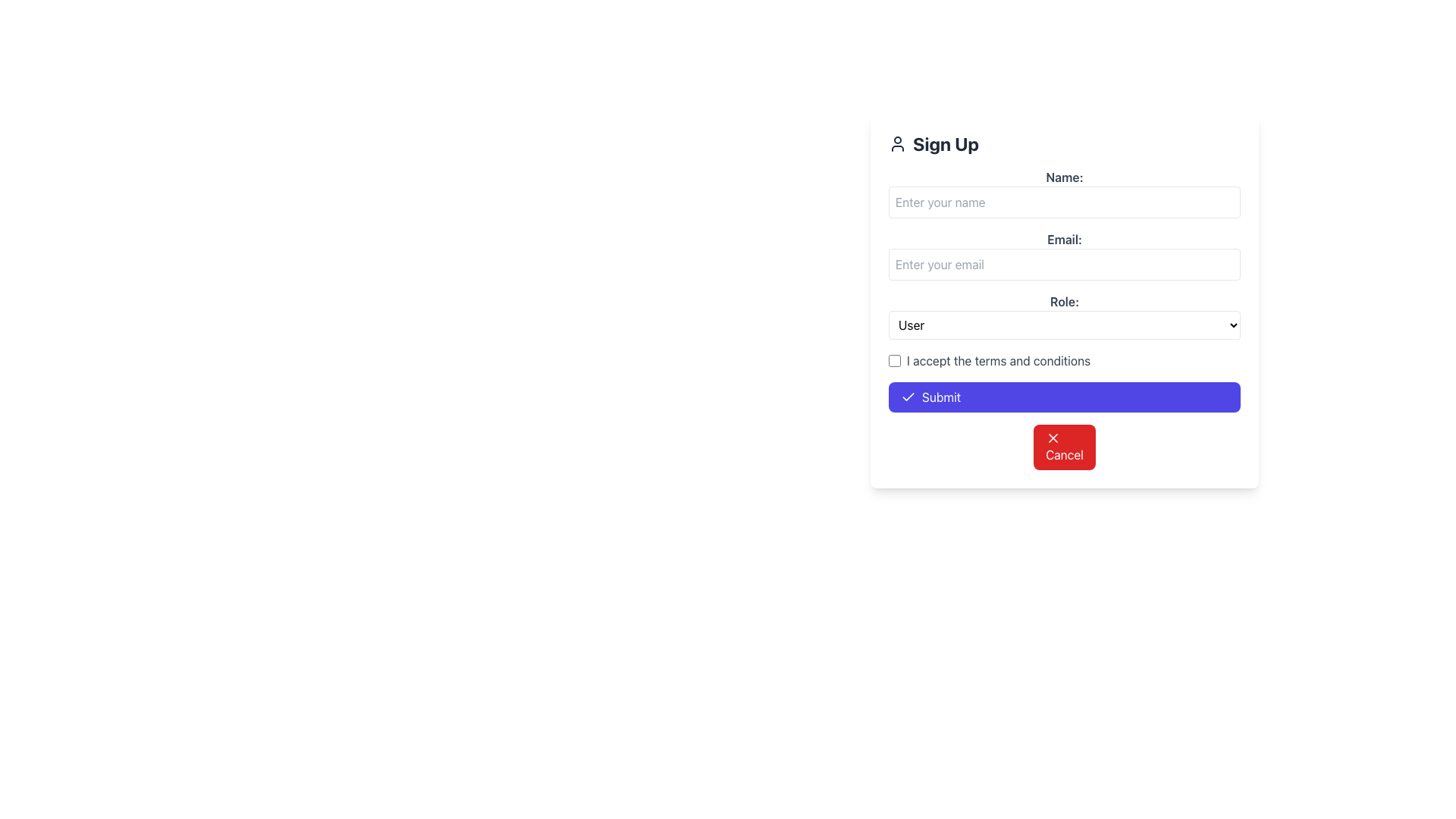 The height and width of the screenshot is (819, 1456). What do you see at coordinates (1053, 438) in the screenshot?
I see `the SVG icon that signifies the cancellation function located inside the 'Cancel' button adjacent to the 'Submit' button at the bottom of the form interface` at bounding box center [1053, 438].